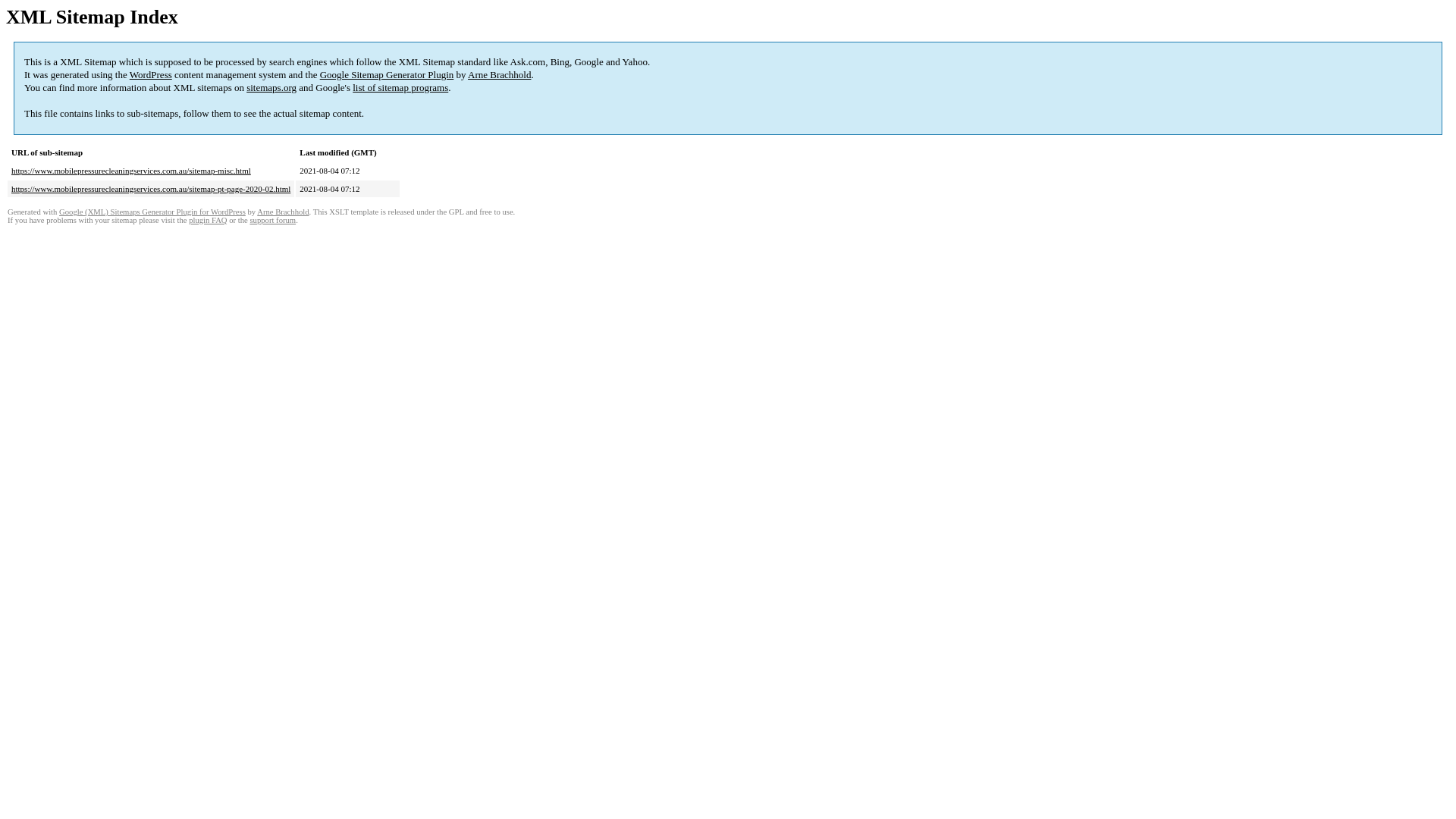 Image resolution: width=1456 pixels, height=819 pixels. I want to click on 'plugin FAQ', so click(206, 220).